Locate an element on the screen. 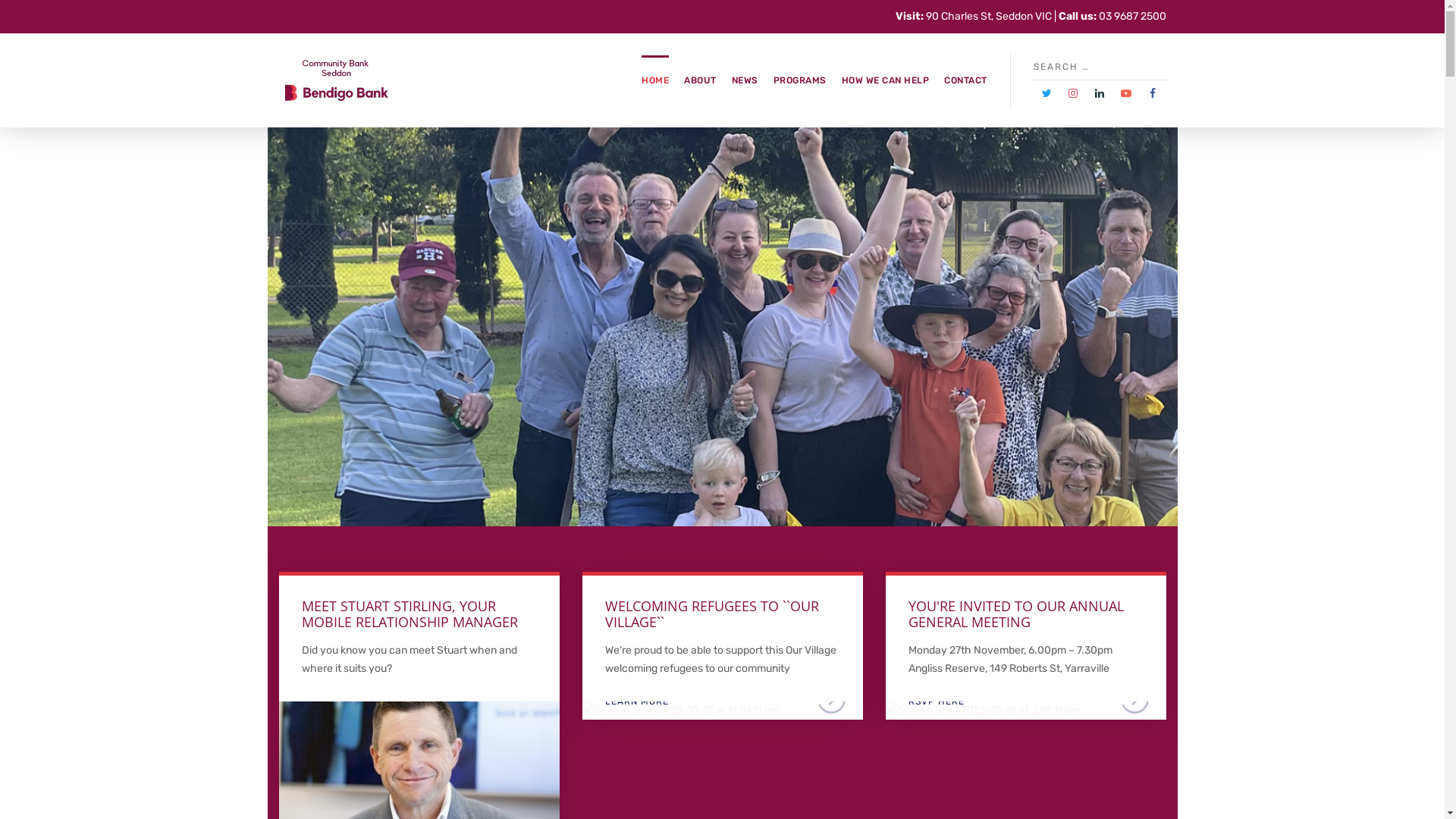 The width and height of the screenshot is (1456, 819). 'Screen Shot 2023-10-12 at 11.51.11 am' is located at coordinates (679, 710).